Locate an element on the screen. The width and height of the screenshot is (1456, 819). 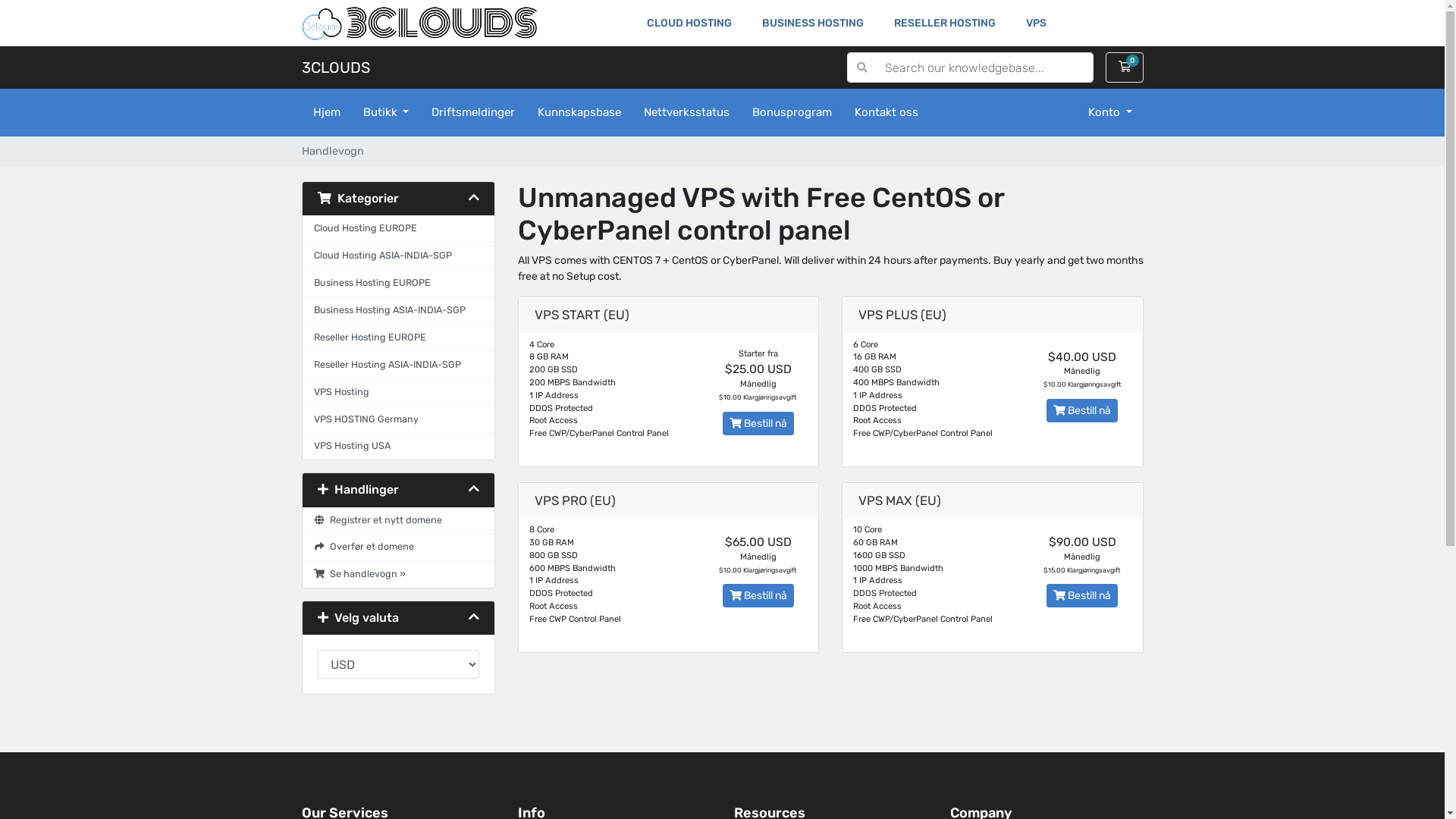
'Reseller Hosting EUROPE' is located at coordinates (397, 337).